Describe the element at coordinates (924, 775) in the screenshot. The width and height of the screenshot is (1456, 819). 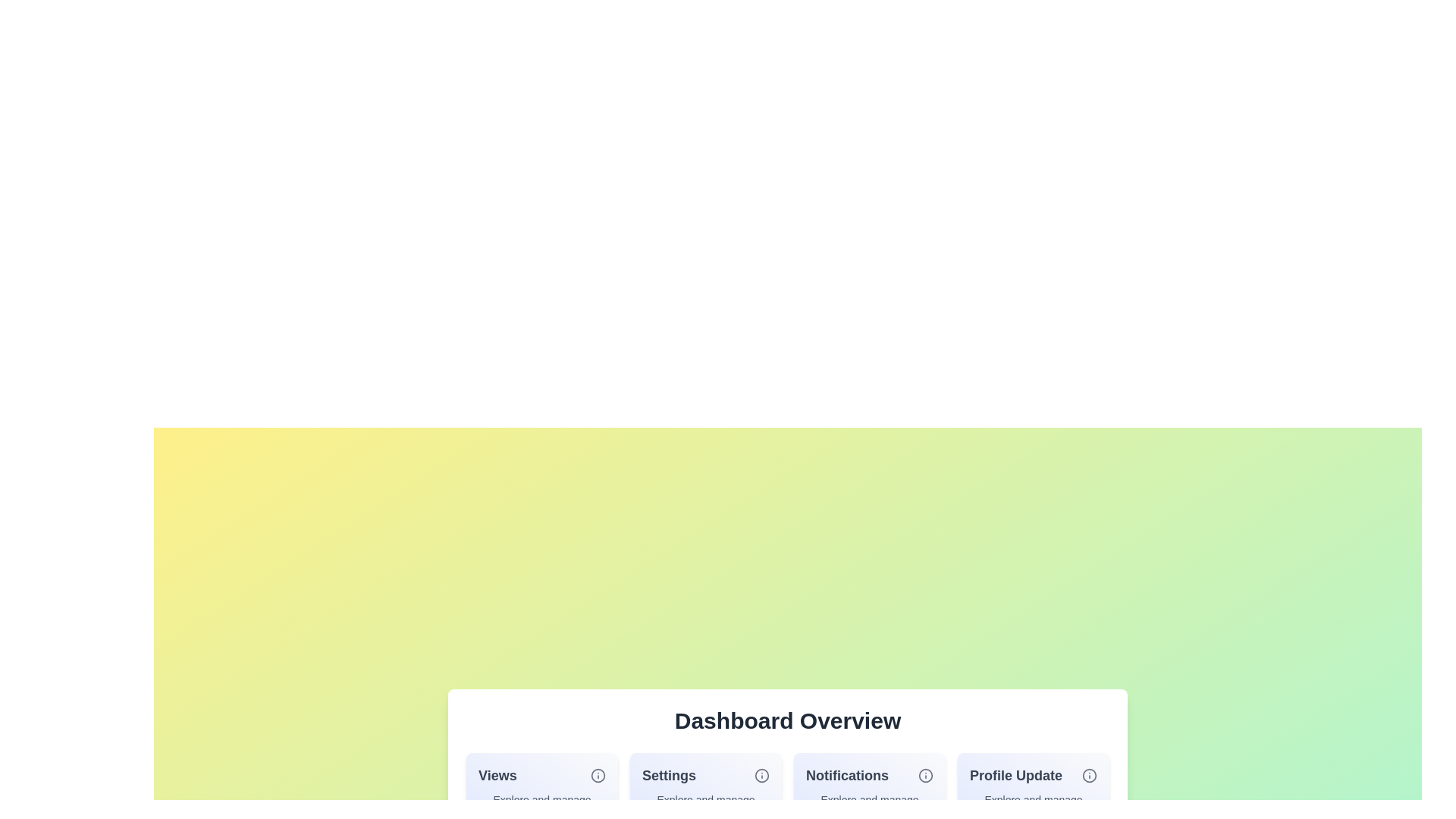
I see `the informative icon located at the far right of the 'Notifications' card header` at that location.